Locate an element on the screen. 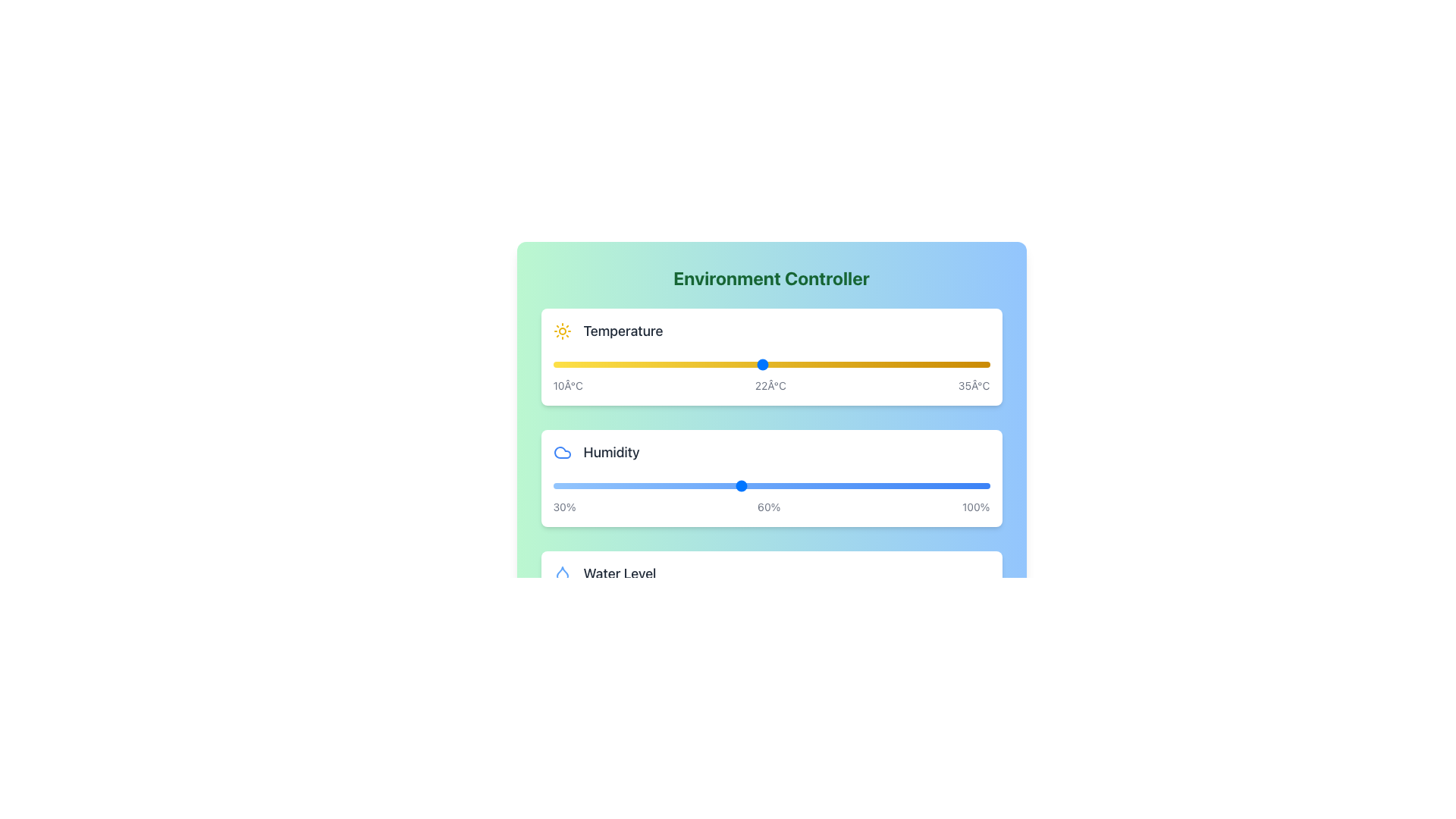 This screenshot has height=819, width=1456. humidity is located at coordinates (789, 485).